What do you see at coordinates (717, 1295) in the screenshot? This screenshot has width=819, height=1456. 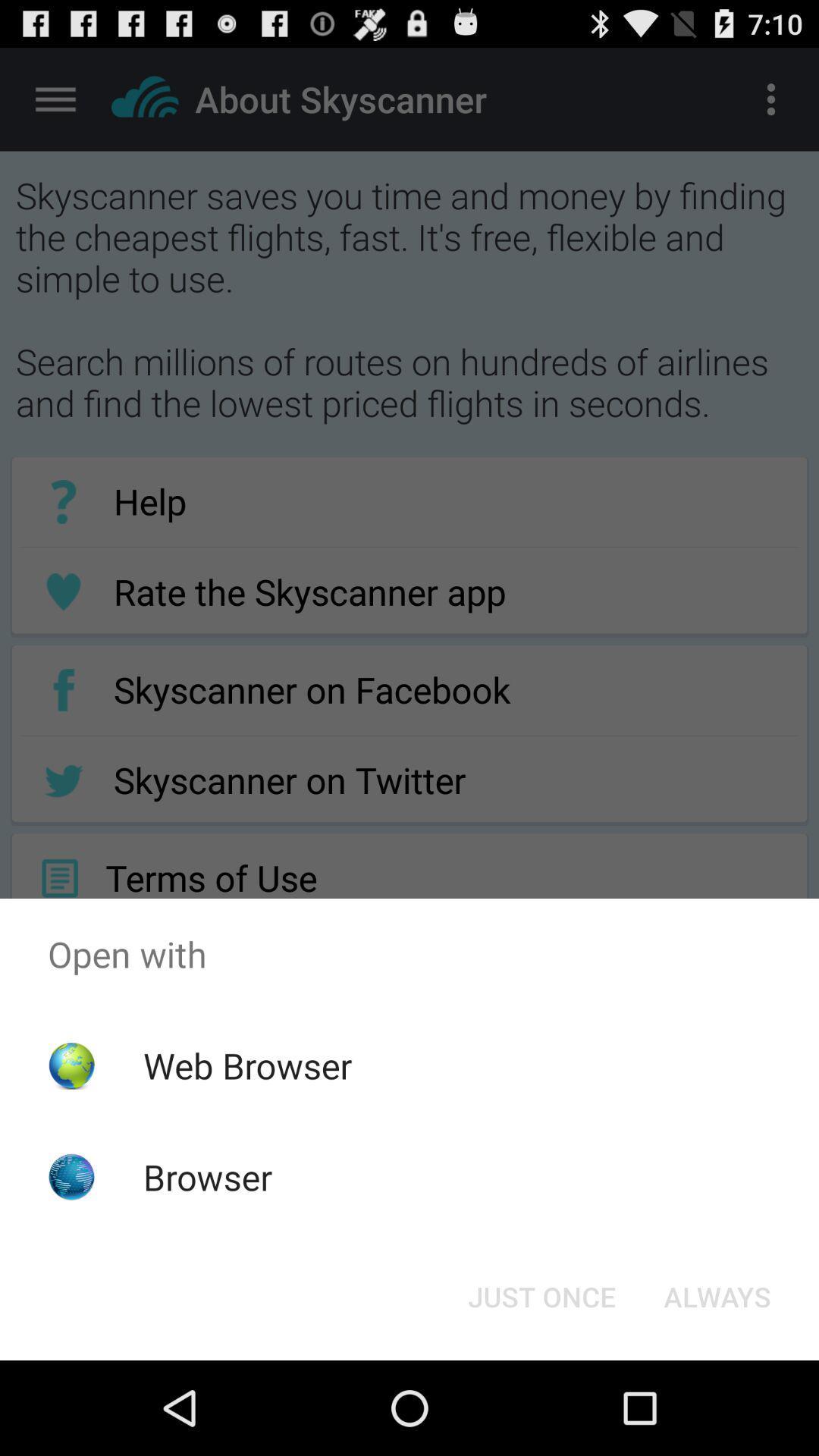 I see `the item below the open with app` at bounding box center [717, 1295].